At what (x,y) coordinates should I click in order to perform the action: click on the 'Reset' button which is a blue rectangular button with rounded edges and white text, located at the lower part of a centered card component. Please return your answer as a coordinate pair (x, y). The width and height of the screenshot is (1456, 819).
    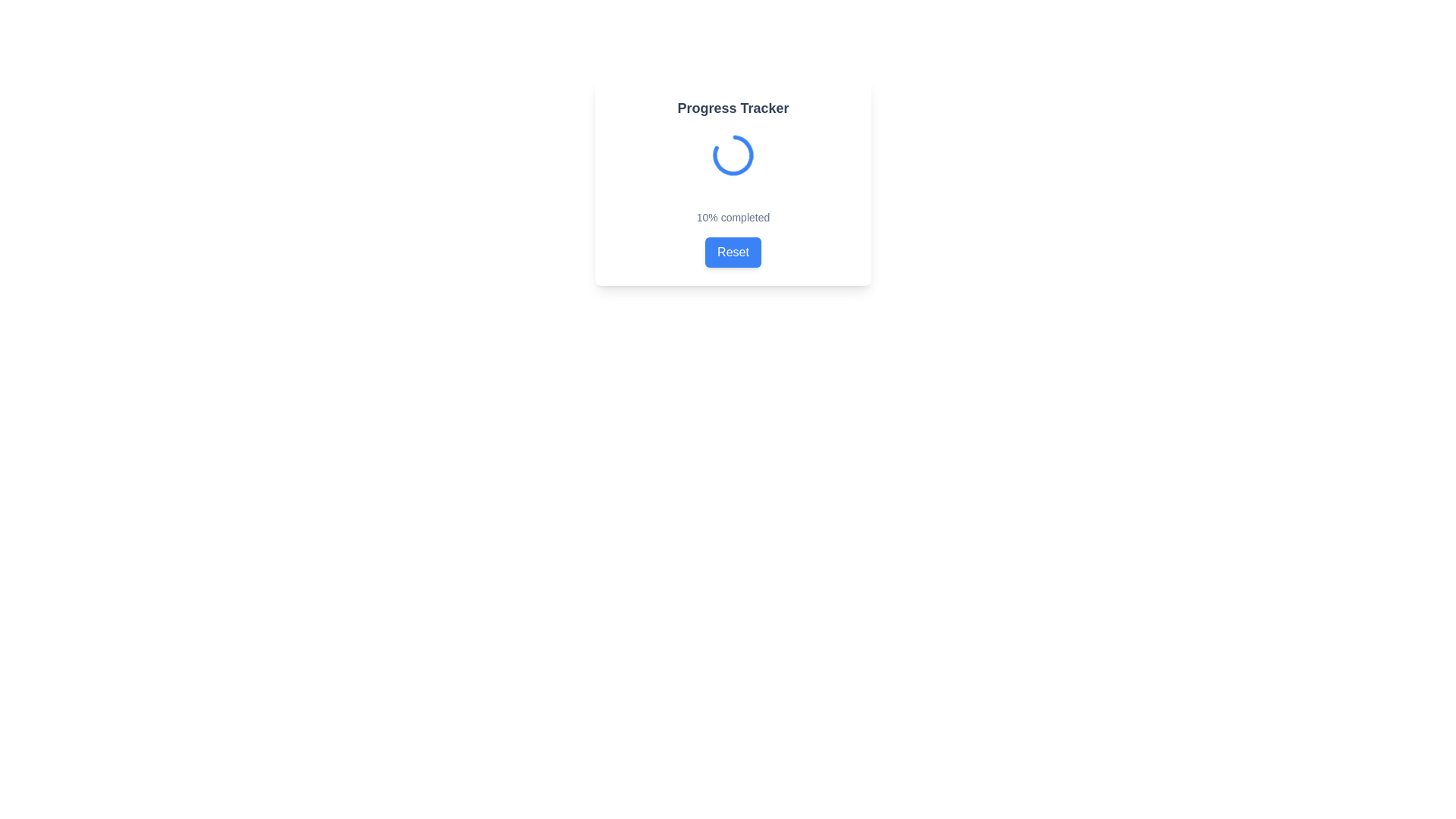
    Looking at the image, I should click on (733, 251).